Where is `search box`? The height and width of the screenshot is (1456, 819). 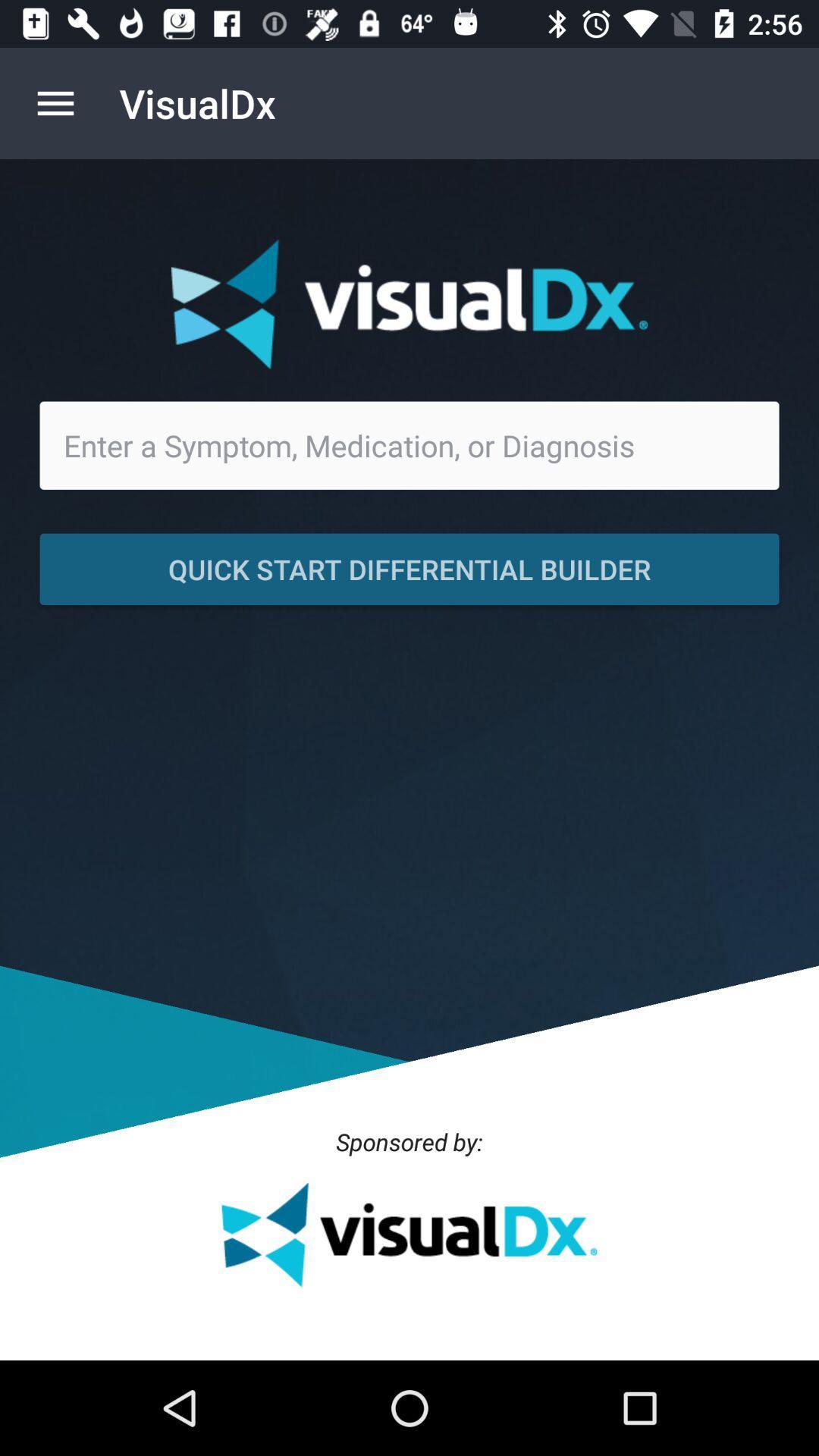
search box is located at coordinates (409, 444).